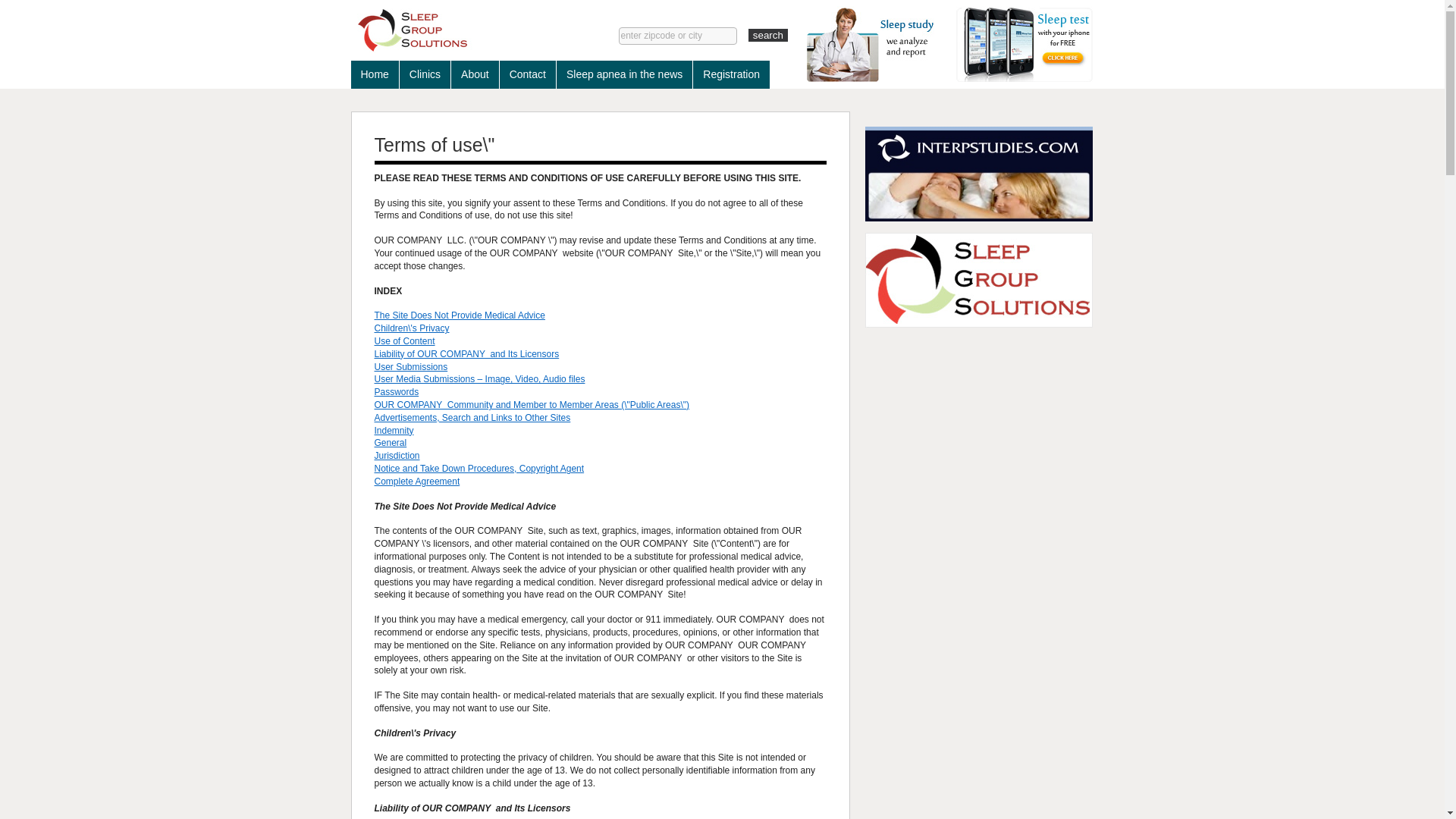 The width and height of the screenshot is (1456, 819). I want to click on 'Jurisdiction', so click(397, 455).